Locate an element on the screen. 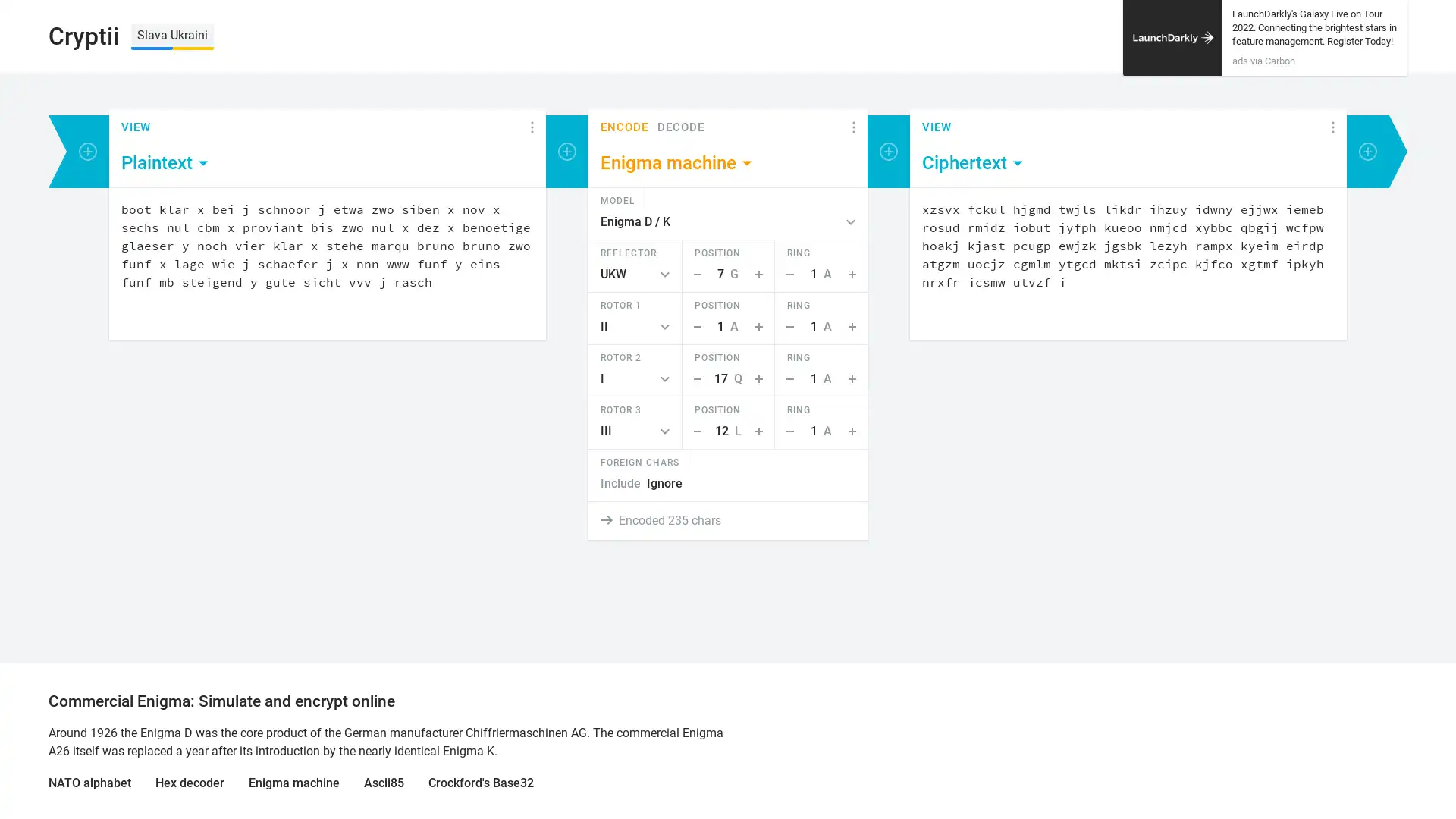  Step Up is located at coordinates (855, 275).